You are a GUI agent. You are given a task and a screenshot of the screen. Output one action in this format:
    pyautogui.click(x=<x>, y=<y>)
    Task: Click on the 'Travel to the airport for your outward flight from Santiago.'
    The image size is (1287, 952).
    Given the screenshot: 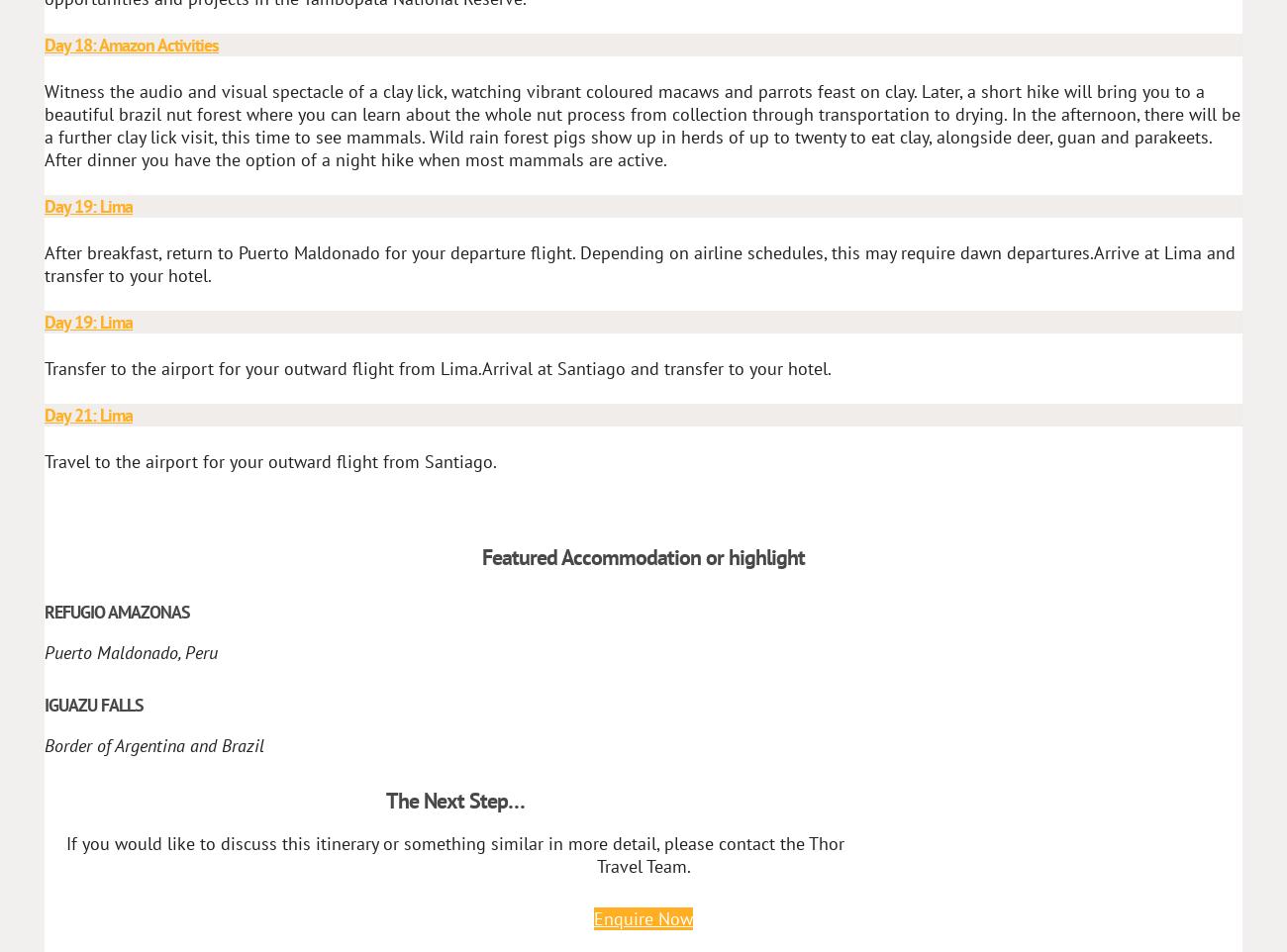 What is the action you would take?
    pyautogui.click(x=270, y=460)
    